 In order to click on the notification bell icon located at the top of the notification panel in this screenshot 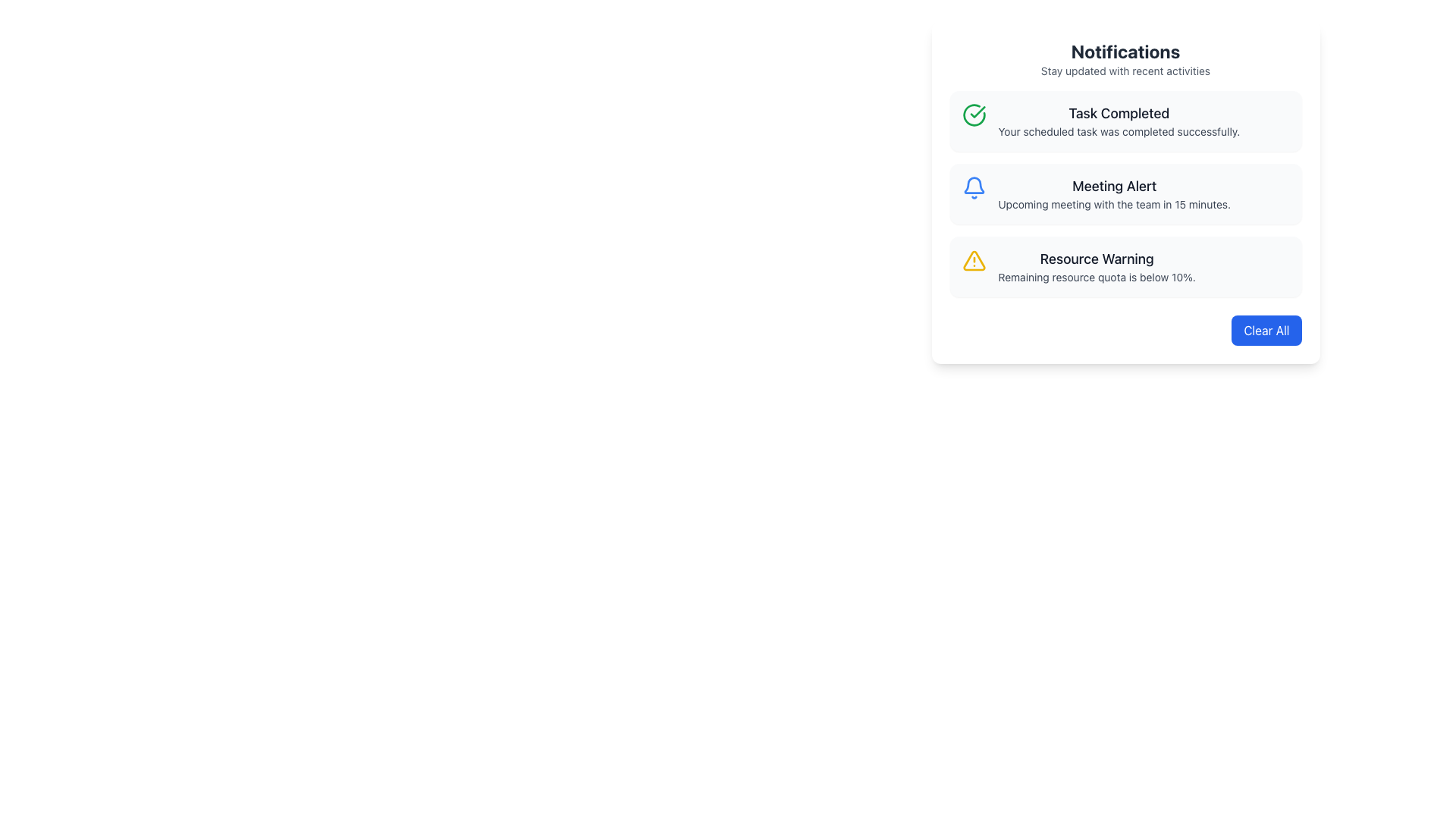, I will do `click(973, 184)`.